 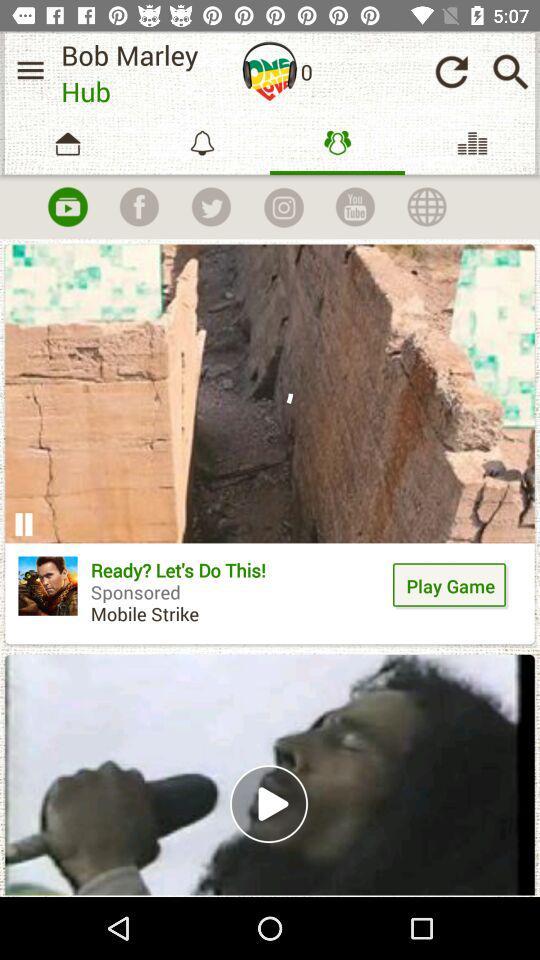 What do you see at coordinates (270, 71) in the screenshot?
I see `item to the right of bob marley item` at bounding box center [270, 71].